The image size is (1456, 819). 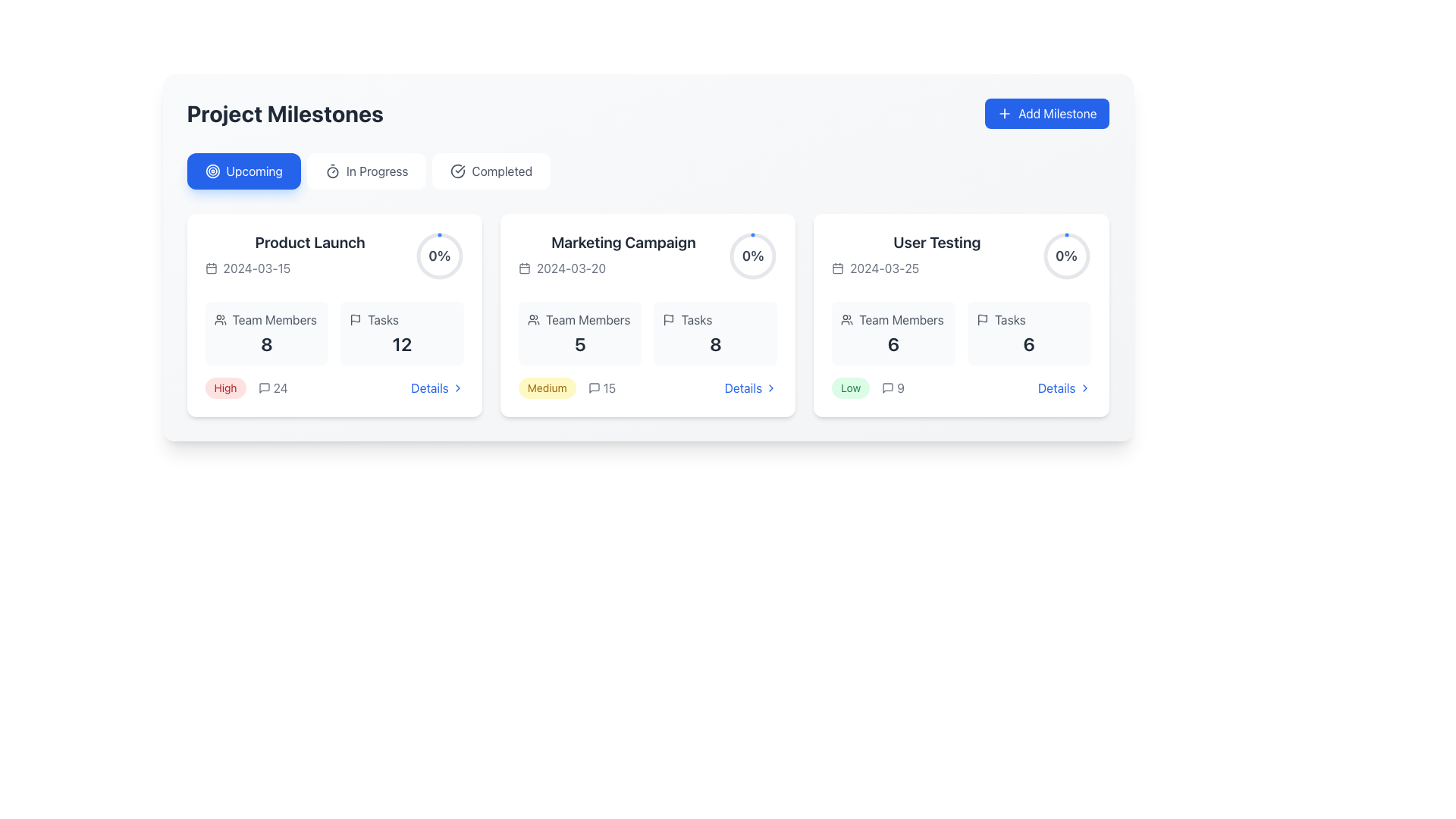 I want to click on the small gray calendar icon with rounded borders located next to the date '2024-03-25' within the 'User Testing' milestone card, so click(x=837, y=268).